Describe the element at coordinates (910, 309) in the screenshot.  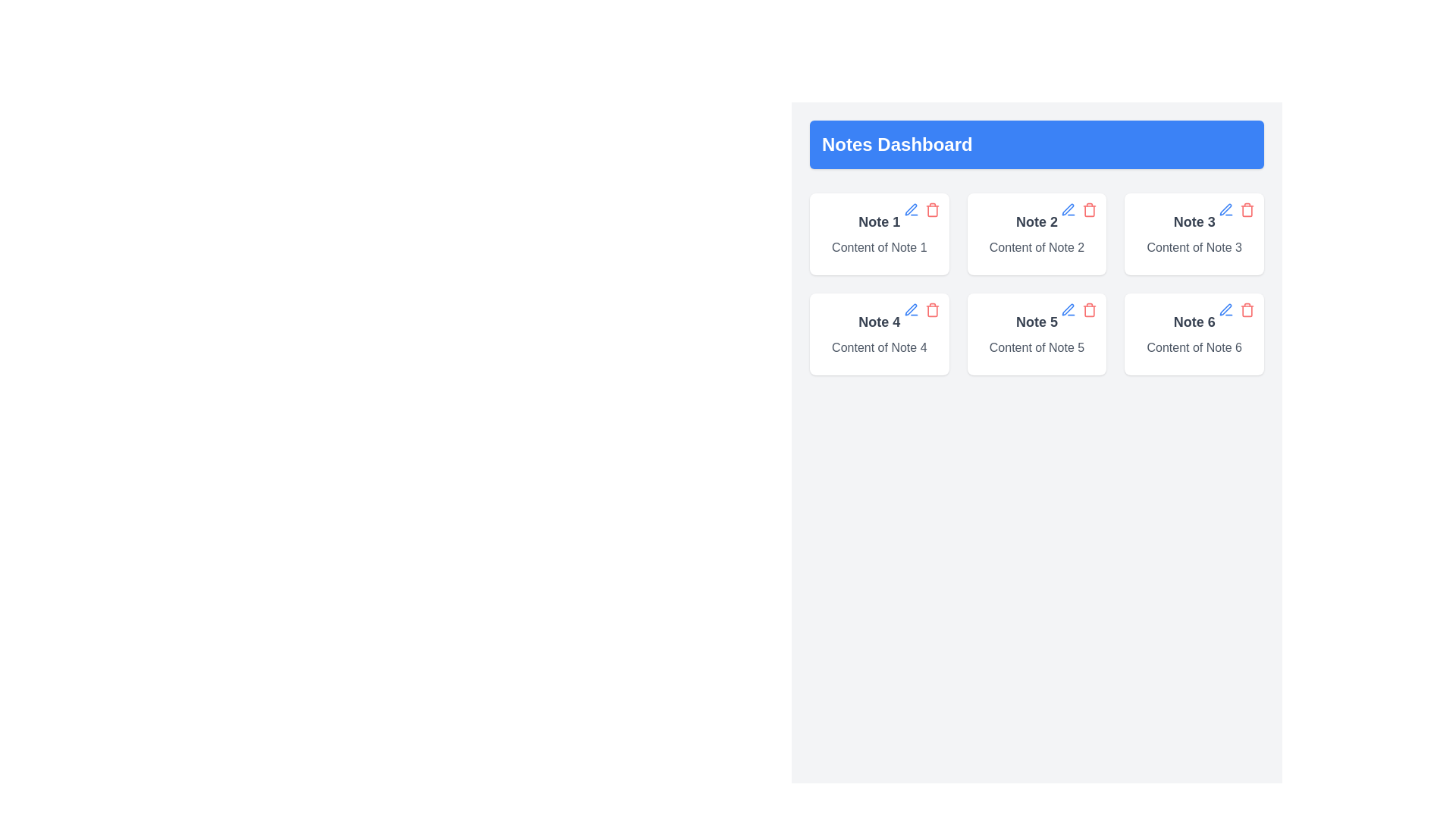
I see `the pen icon button located in the top-right corner of the 'Note 4' card to trigger its animation or style change` at that location.